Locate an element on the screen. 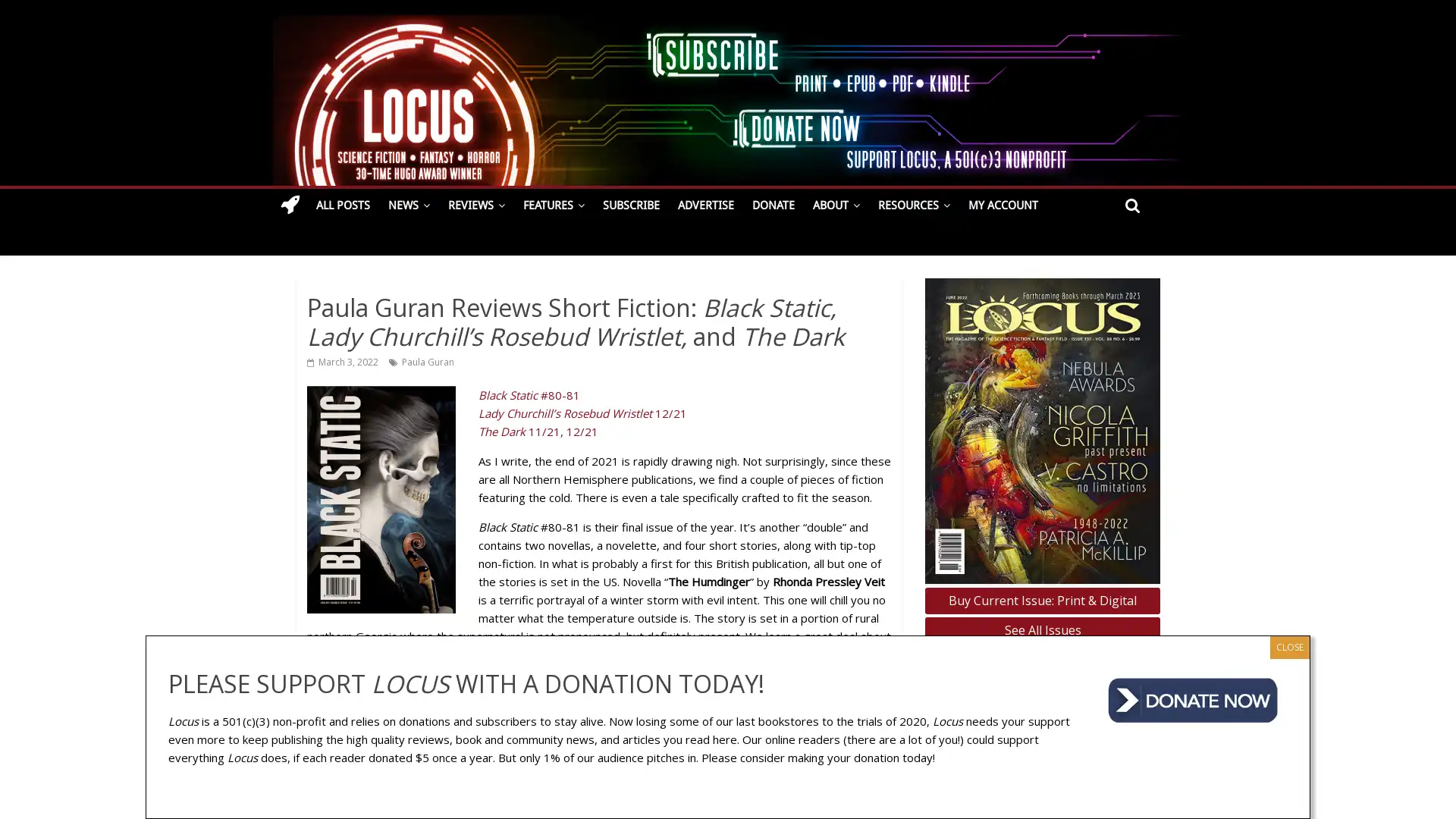 The height and width of the screenshot is (819, 1456). Buy Current Issue: Print & Digital is located at coordinates (1041, 599).